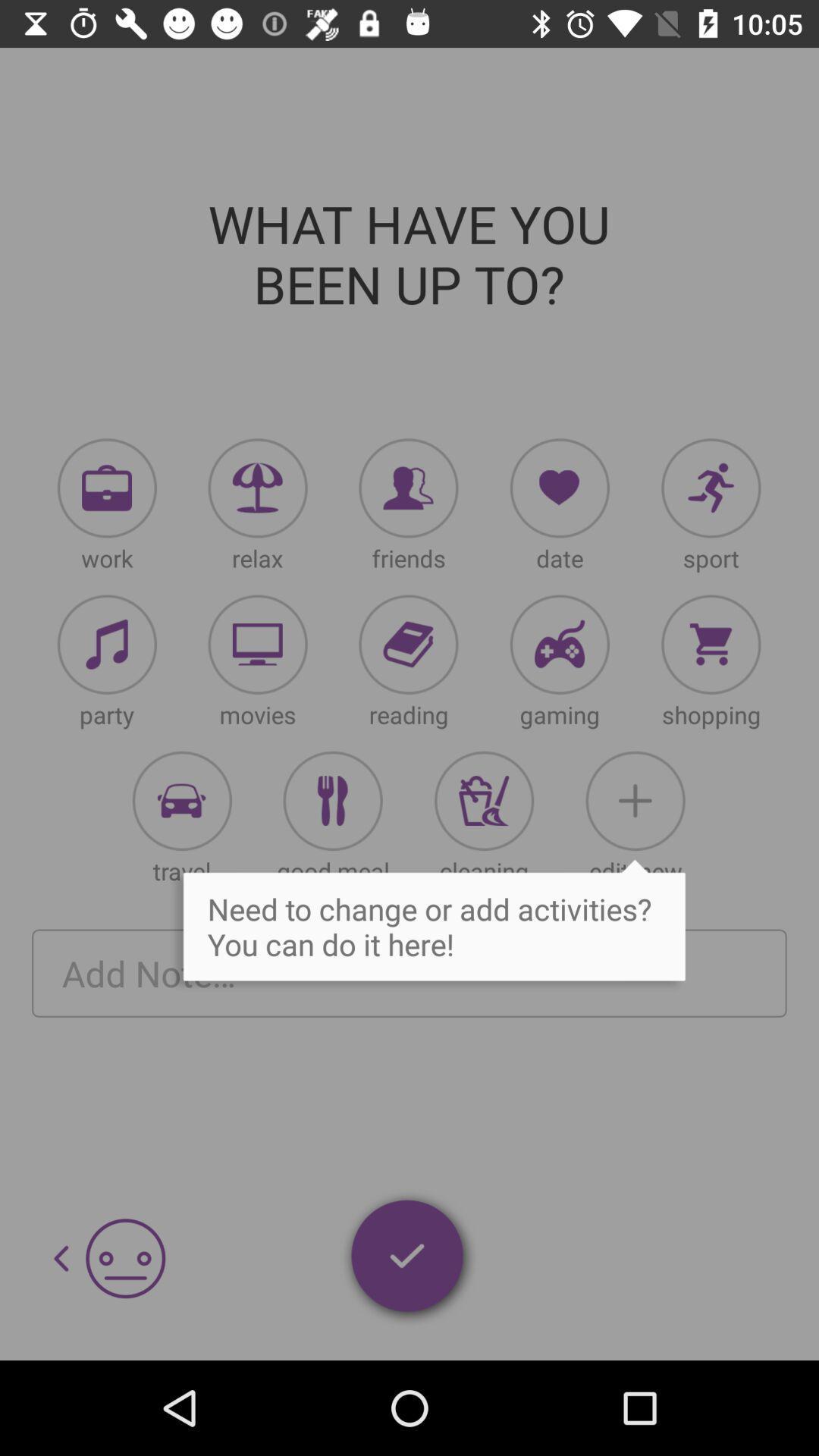 The image size is (819, 1456). I want to click on need activities, so click(711, 488).